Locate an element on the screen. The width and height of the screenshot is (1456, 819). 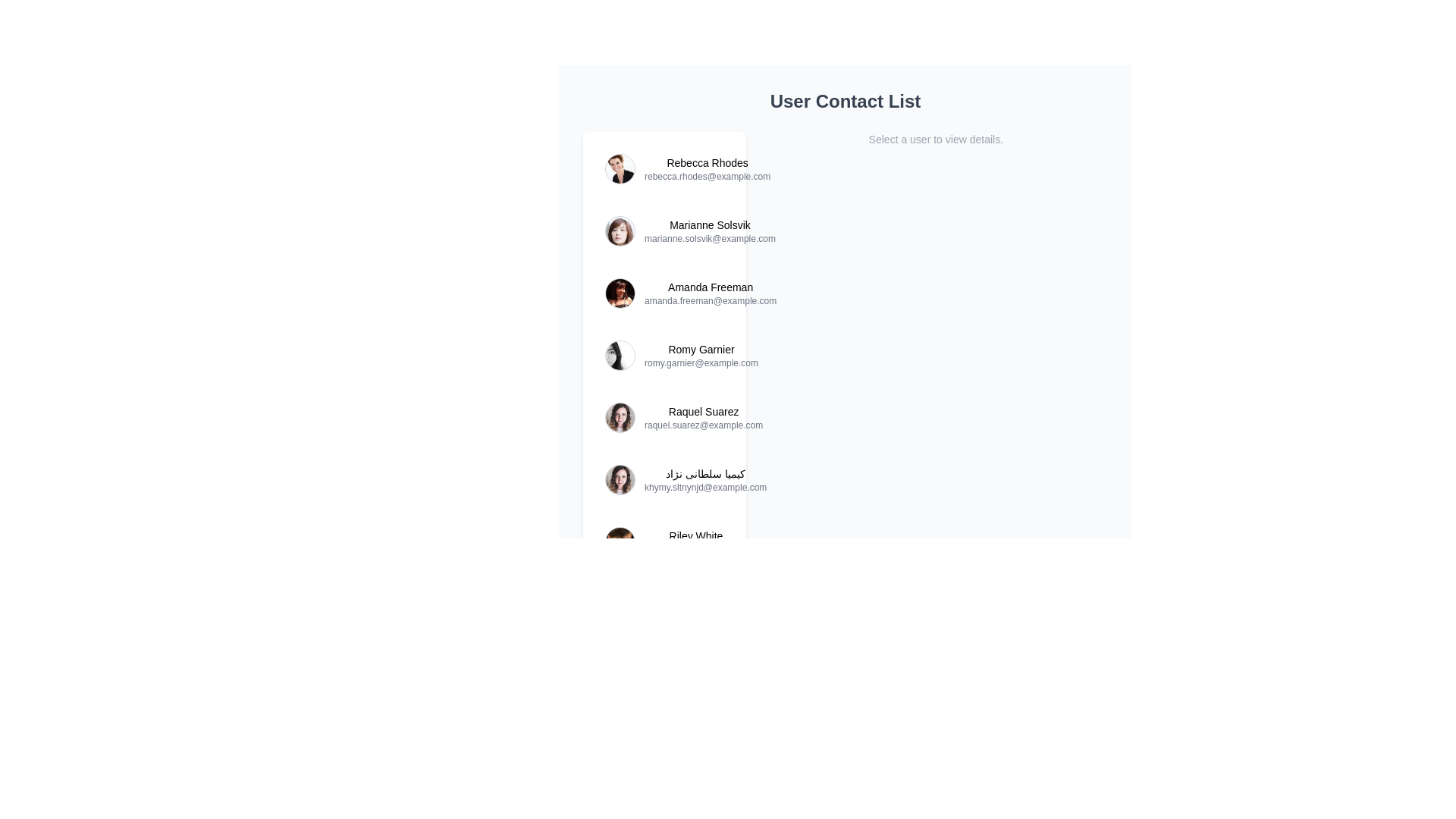
the contact card entry representing a user in the list, specifically the sixth entry positioned below 'Raquel Suarez' and above 'Riley White' is located at coordinates (664, 479).